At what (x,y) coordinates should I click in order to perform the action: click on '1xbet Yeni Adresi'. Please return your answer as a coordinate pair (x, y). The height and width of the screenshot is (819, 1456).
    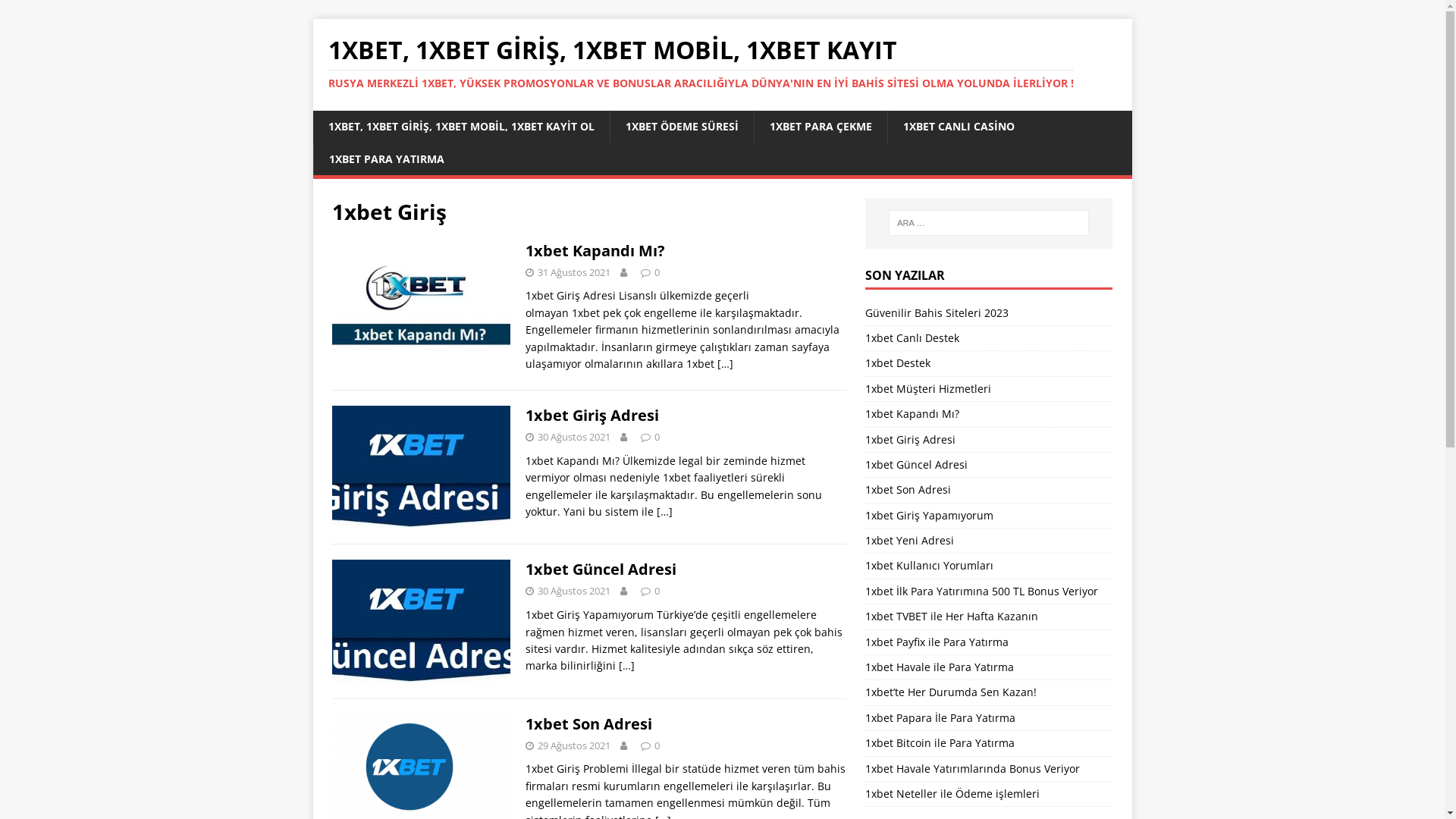
    Looking at the image, I should click on (865, 539).